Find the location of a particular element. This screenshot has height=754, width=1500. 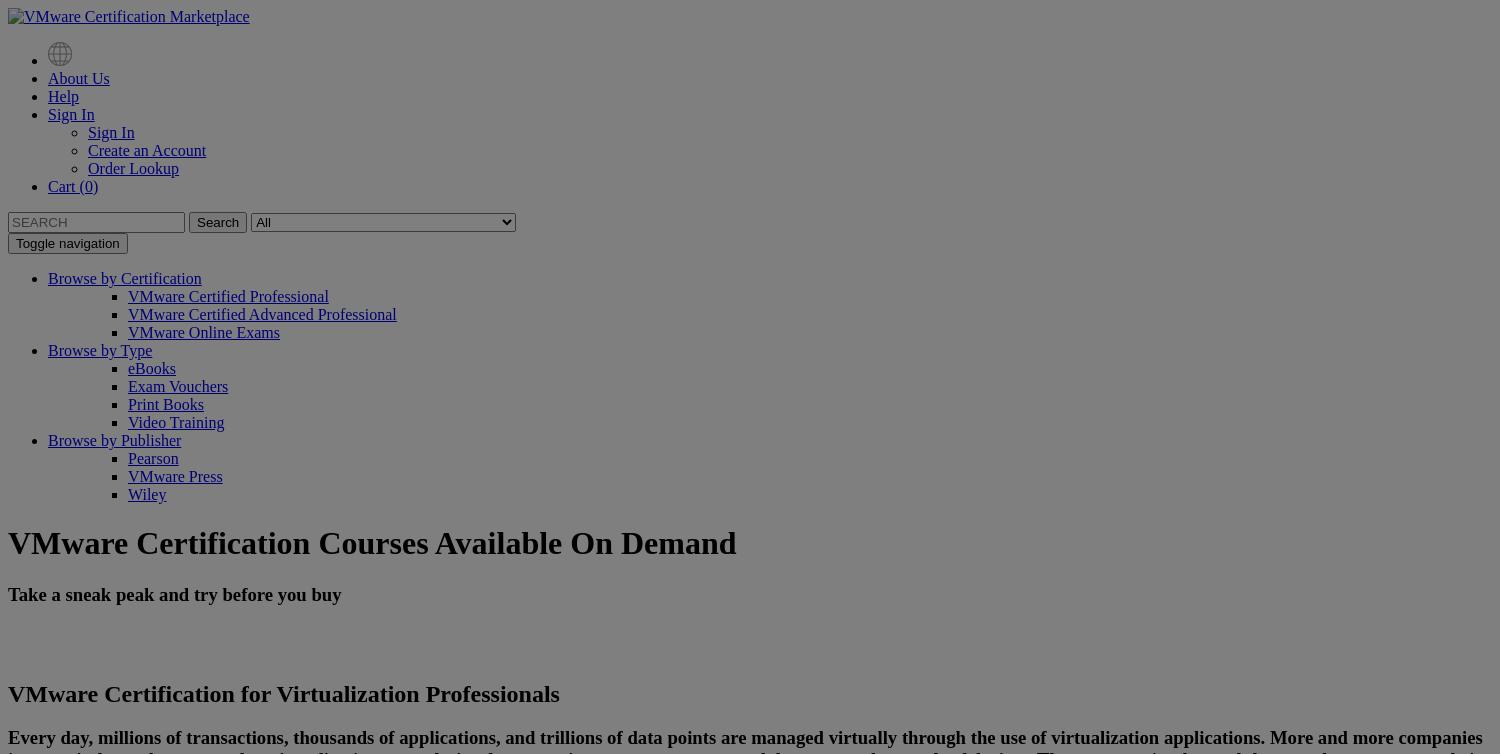

'Search' is located at coordinates (216, 221).